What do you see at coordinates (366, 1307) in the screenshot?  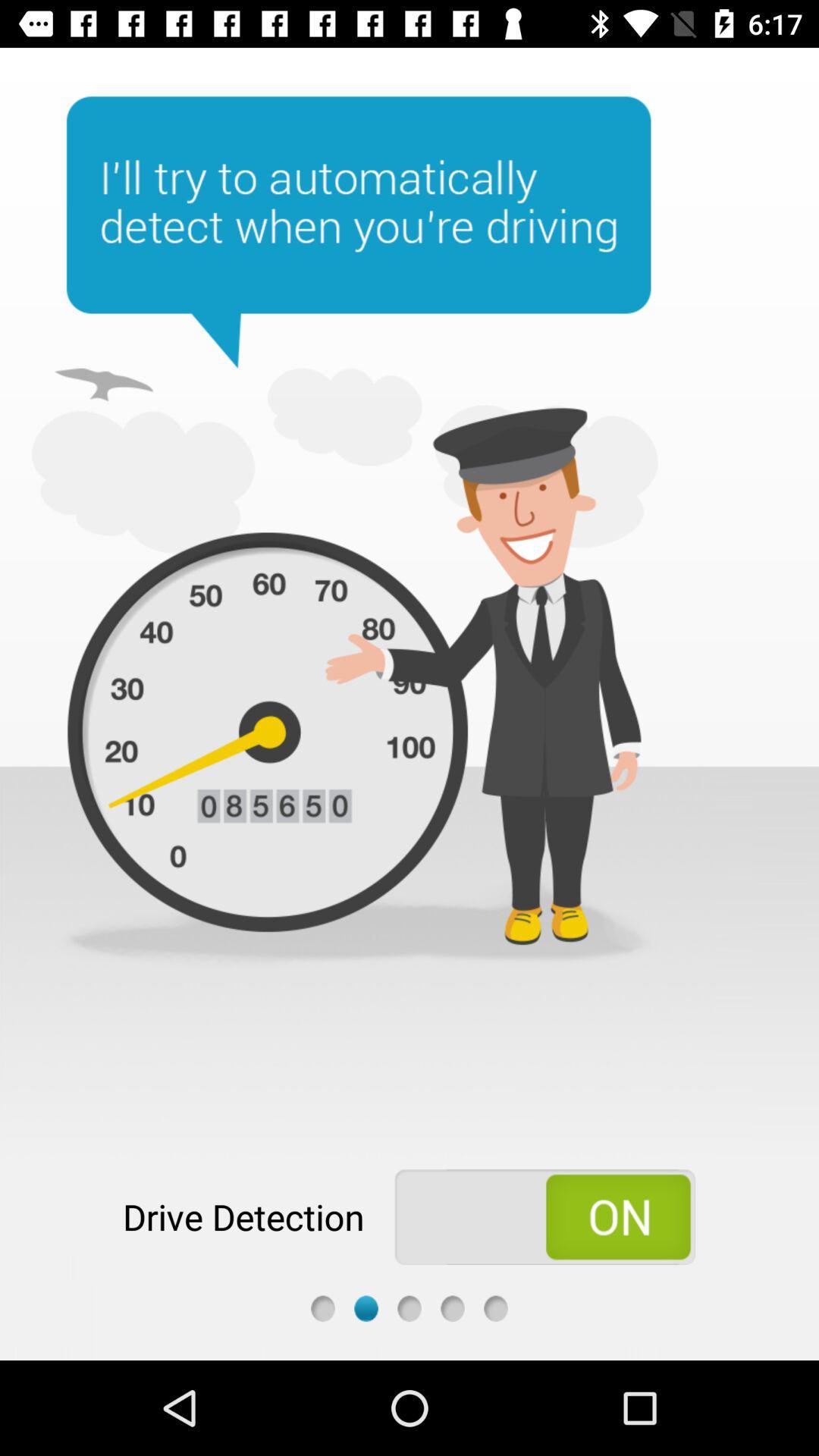 I see `the next slide` at bounding box center [366, 1307].